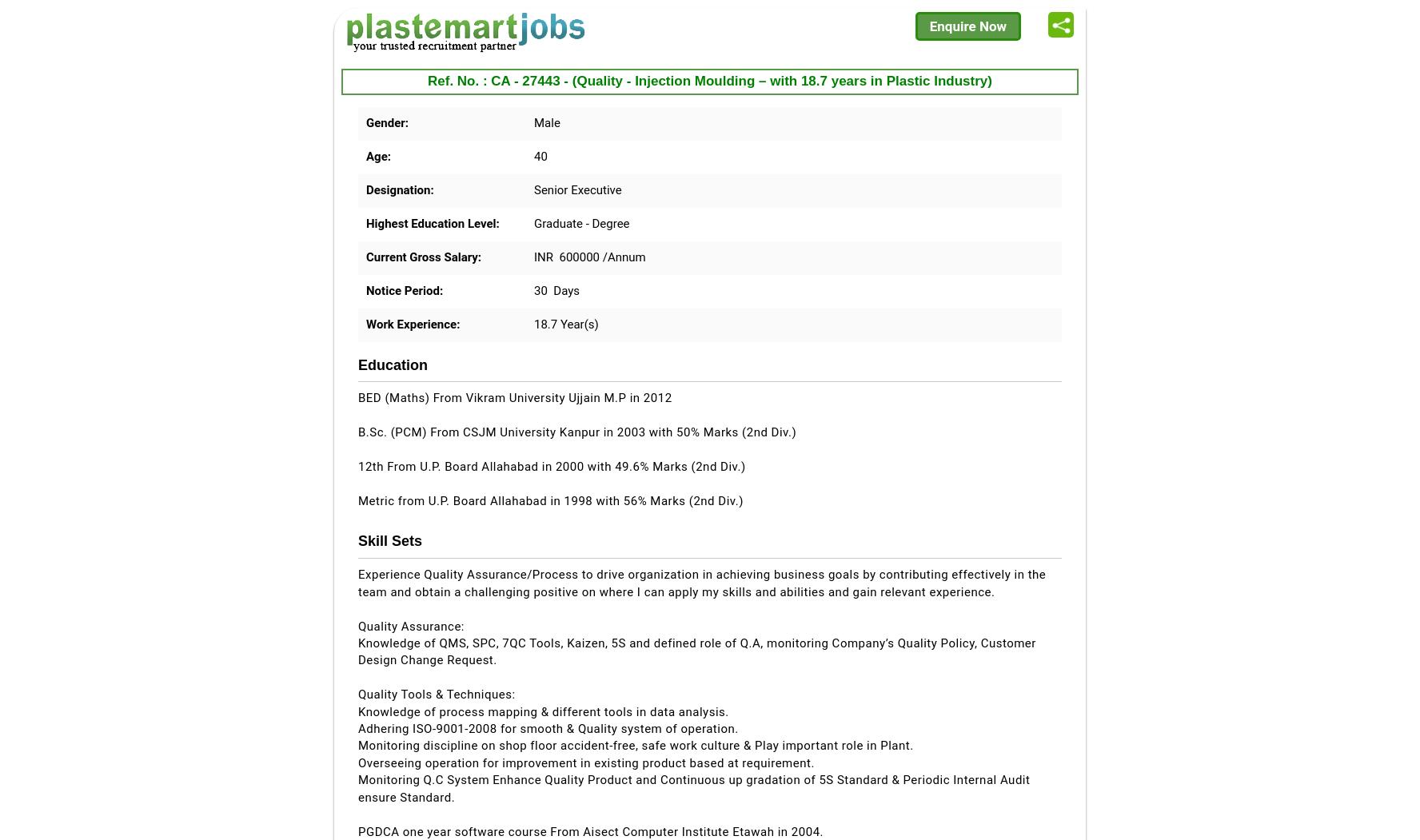 The image size is (1420, 840). Describe the element at coordinates (436, 693) in the screenshot. I see `'Quality Tools & Techniques:'` at that location.